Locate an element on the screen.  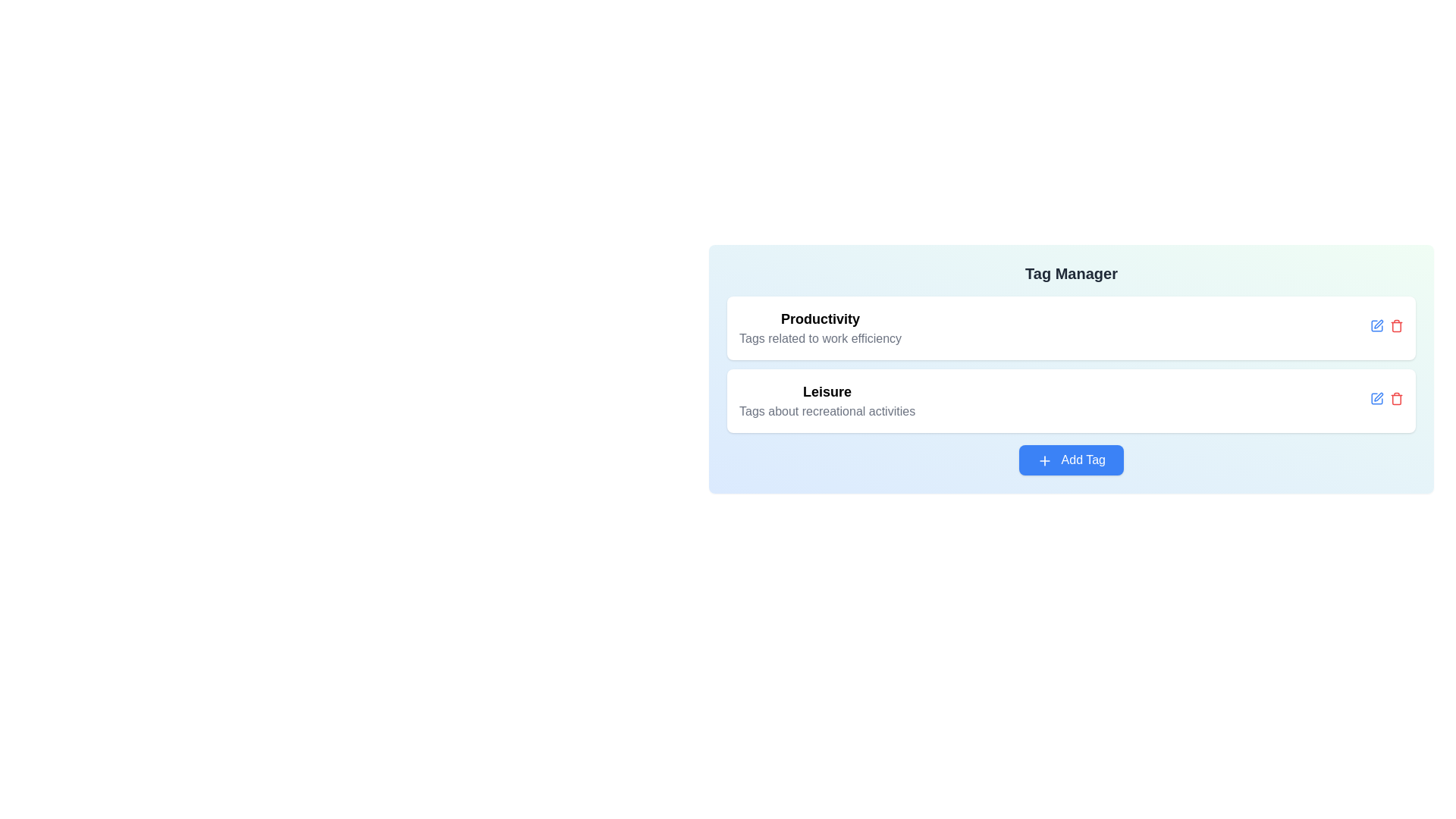
the small blue edit icon located to the immediate right of the label 'Leisure' in the tag management interface to scale the icon slightly is located at coordinates (1376, 397).